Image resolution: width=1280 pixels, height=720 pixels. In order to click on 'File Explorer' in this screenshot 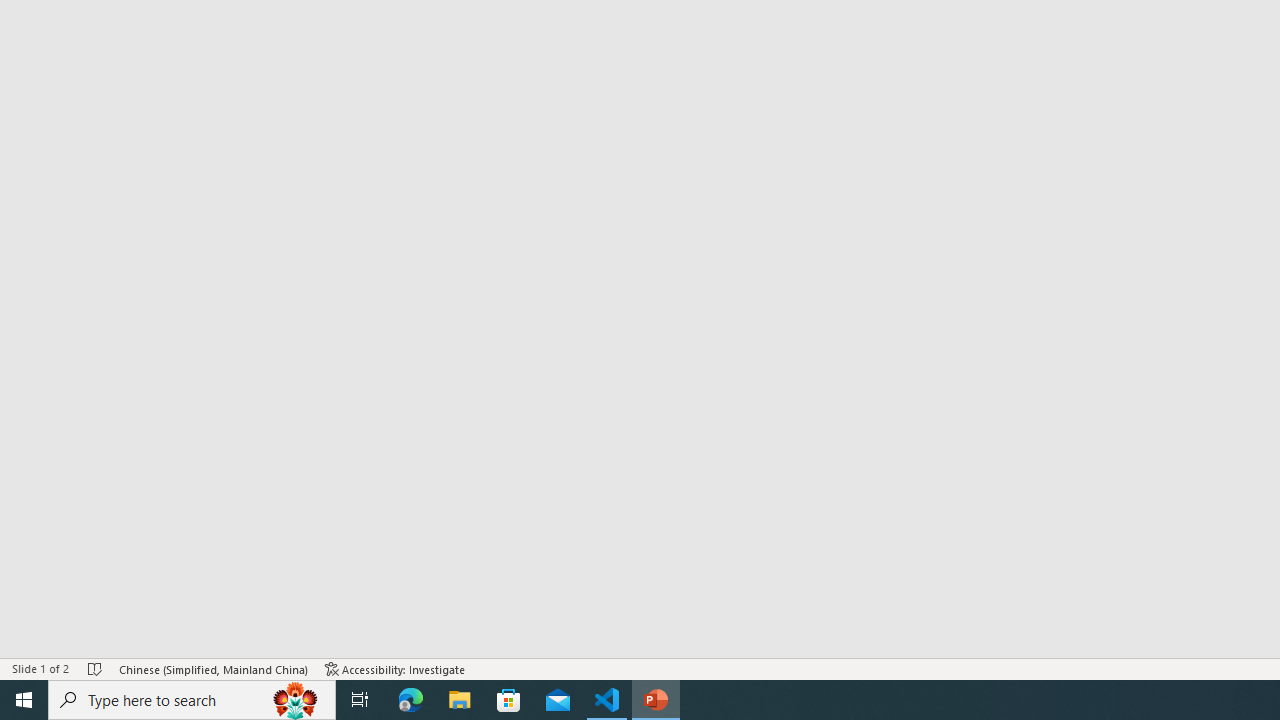, I will do `click(459, 698)`.